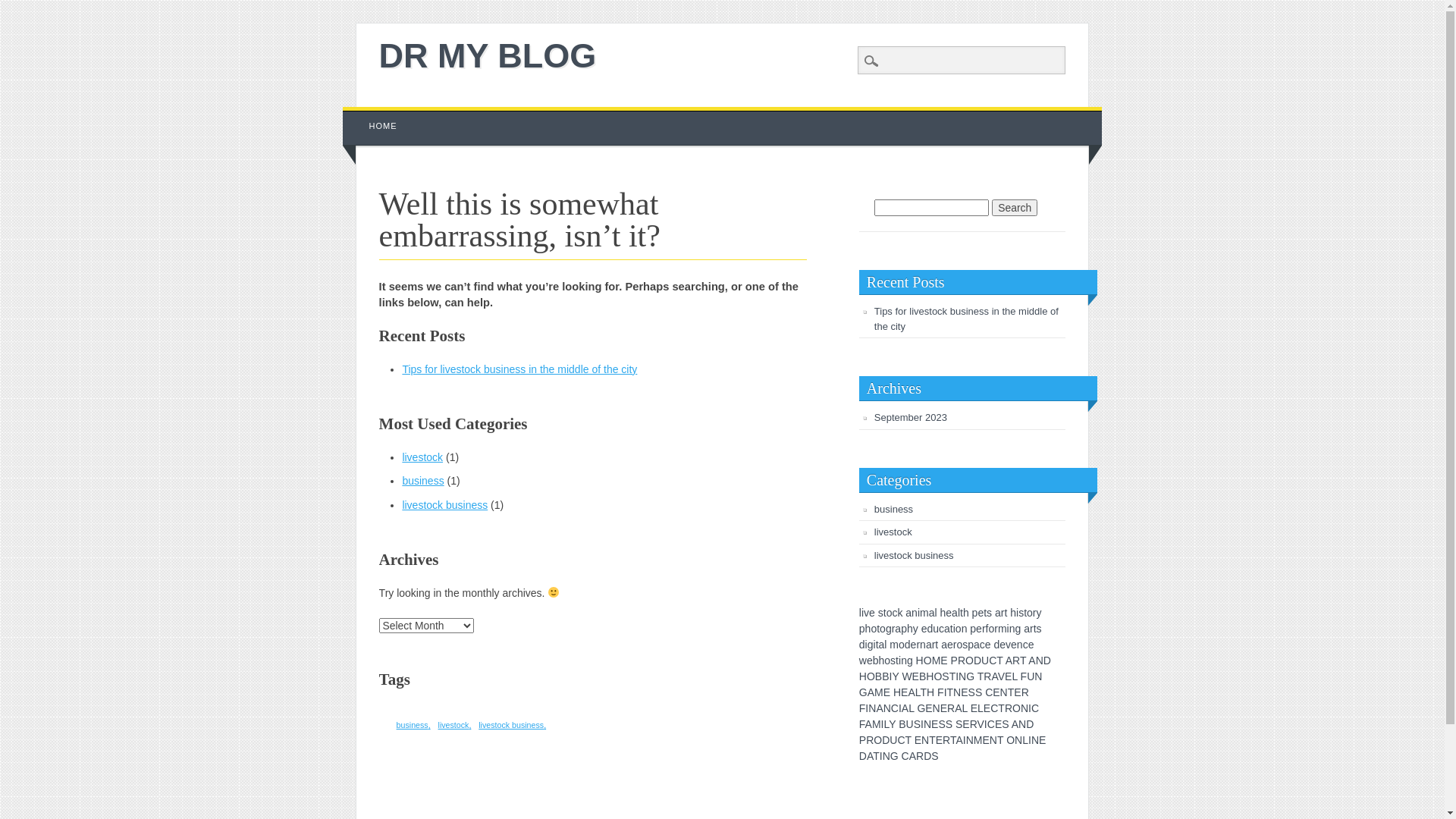  Describe the element at coordinates (896, 692) in the screenshot. I see `'H'` at that location.